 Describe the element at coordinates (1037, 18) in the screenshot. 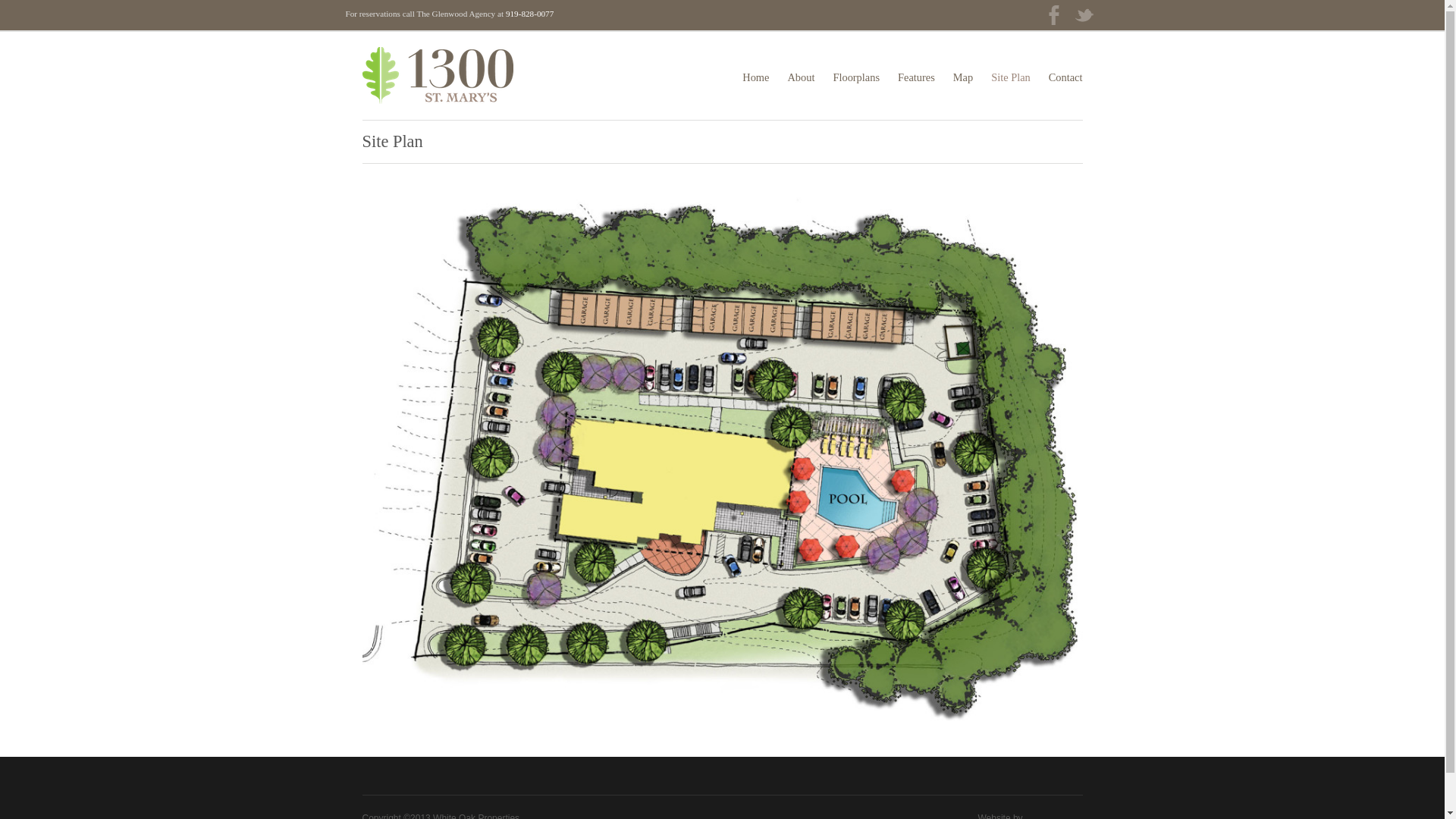

I see `'Facebook'` at that location.